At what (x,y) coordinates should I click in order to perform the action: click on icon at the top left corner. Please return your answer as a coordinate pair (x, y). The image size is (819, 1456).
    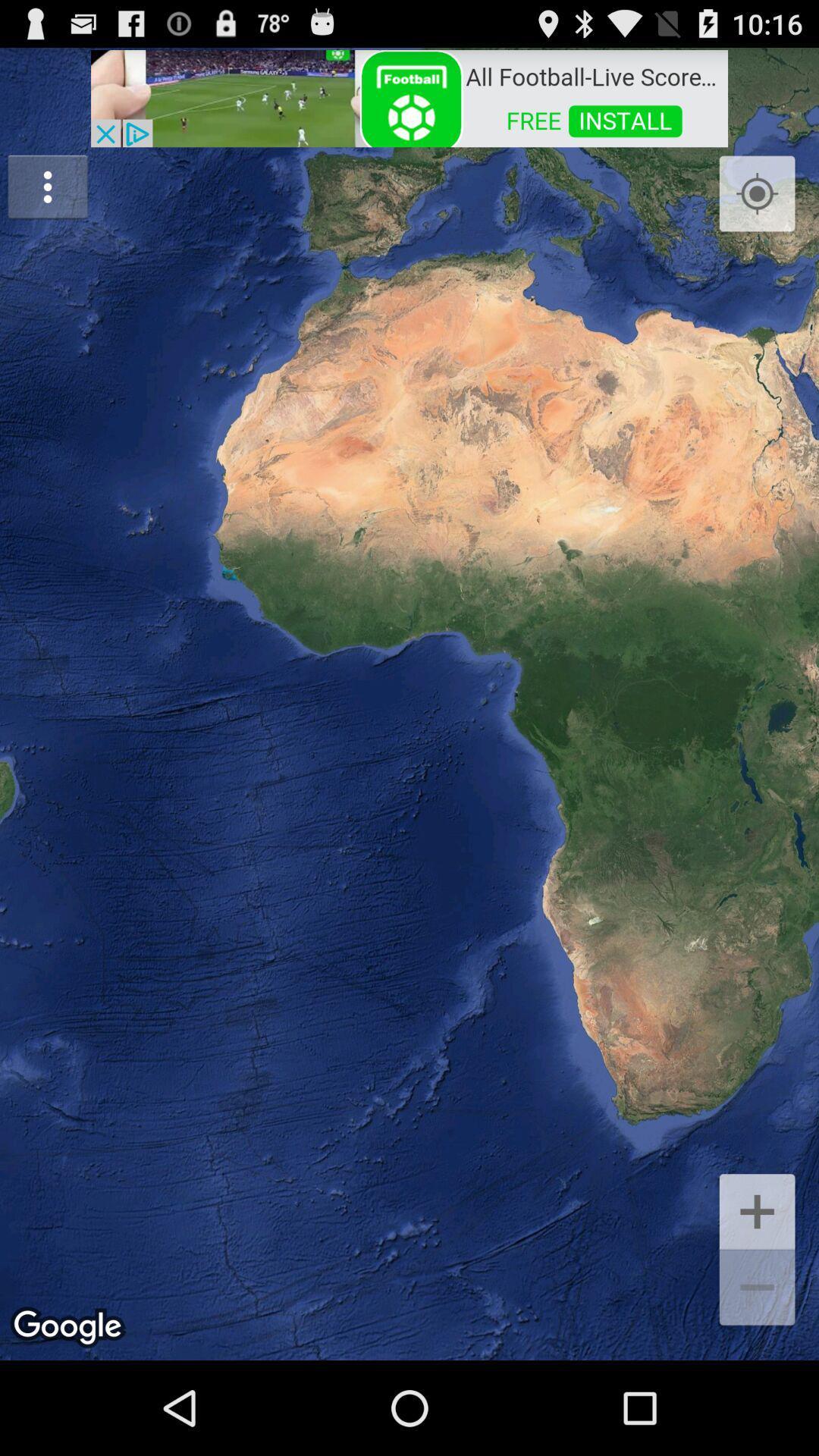
    Looking at the image, I should click on (46, 186).